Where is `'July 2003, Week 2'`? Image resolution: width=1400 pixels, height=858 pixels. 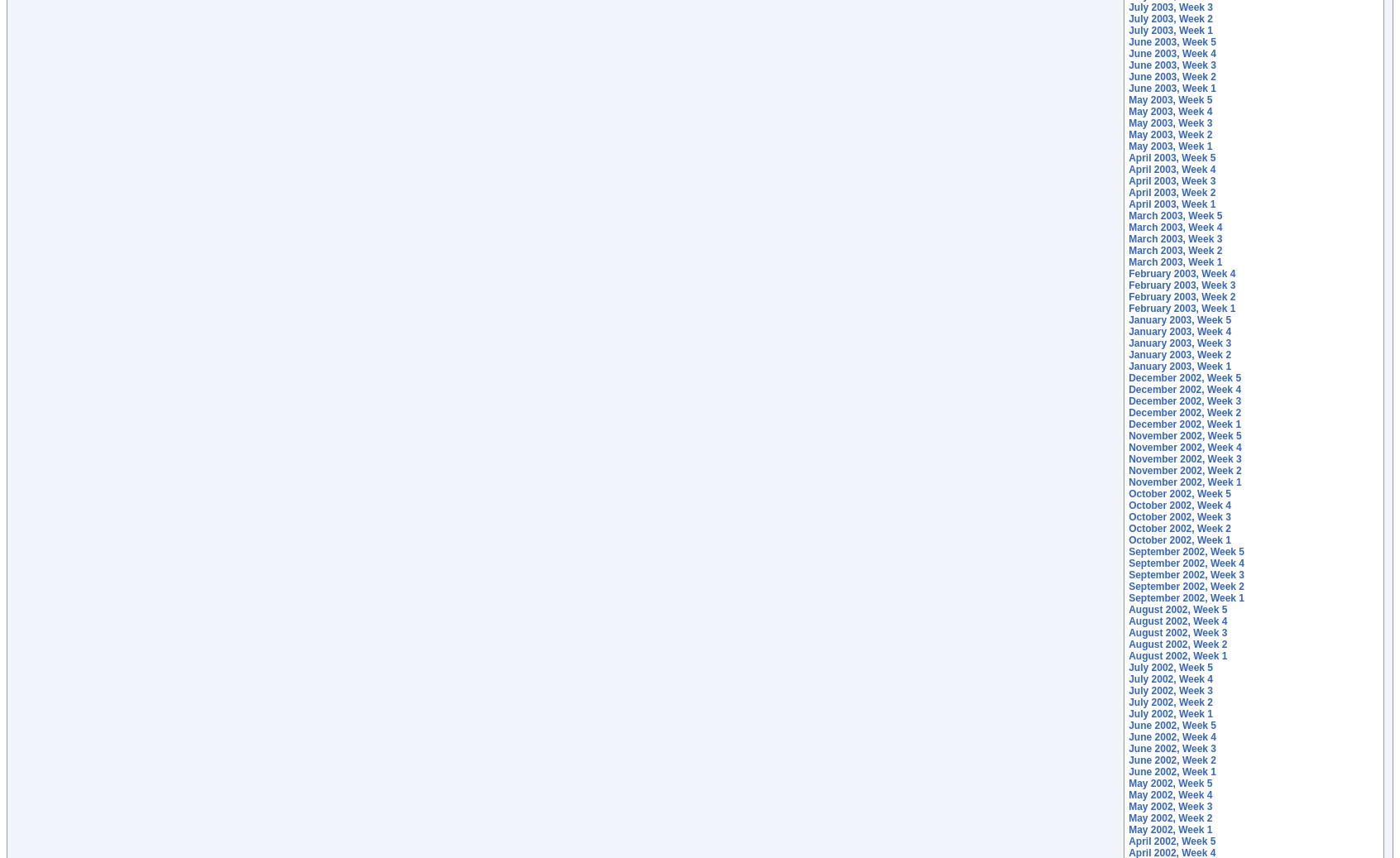
'July 2003, Week 2' is located at coordinates (1128, 18).